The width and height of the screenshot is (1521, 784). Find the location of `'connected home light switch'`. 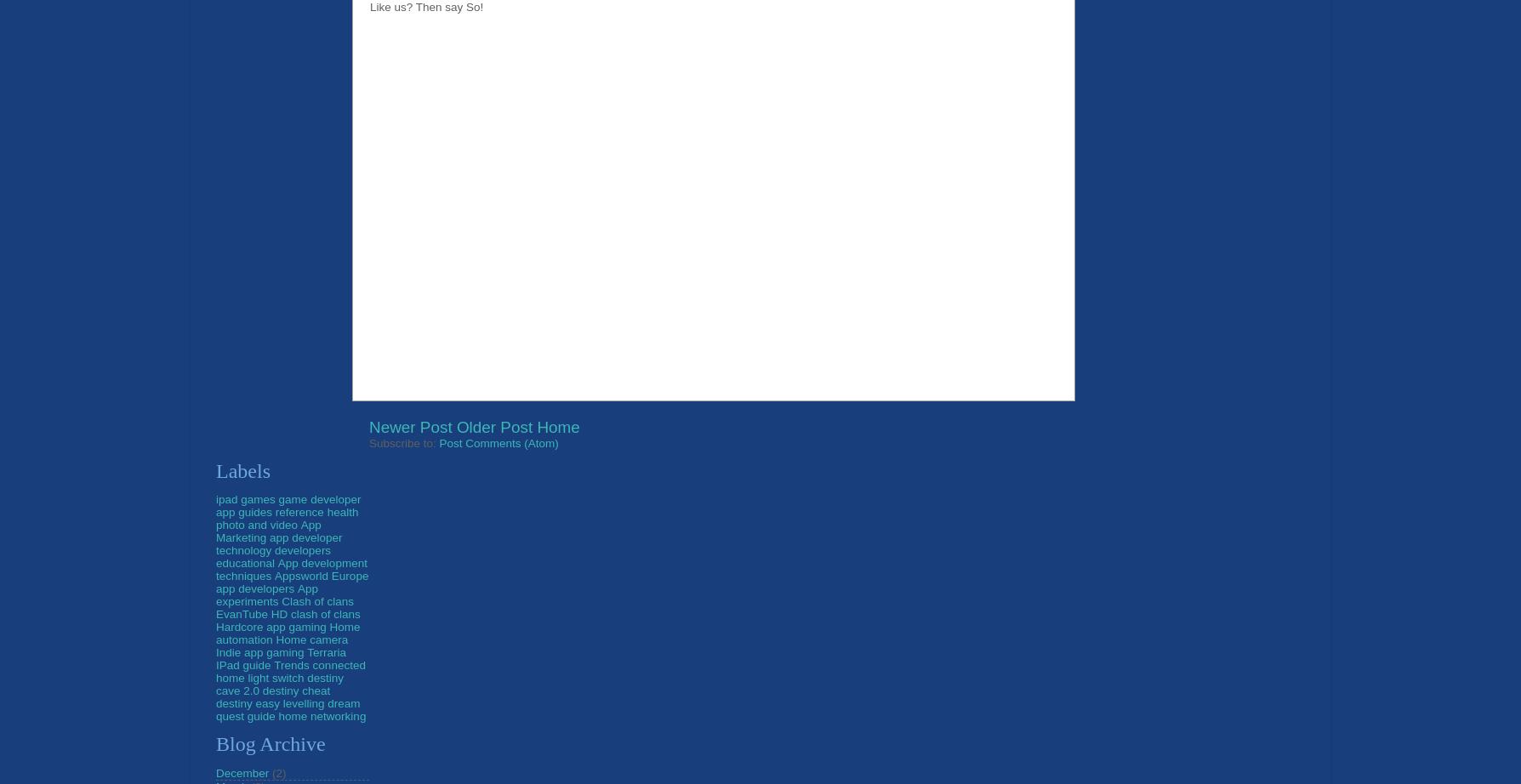

'connected home light switch' is located at coordinates (289, 669).